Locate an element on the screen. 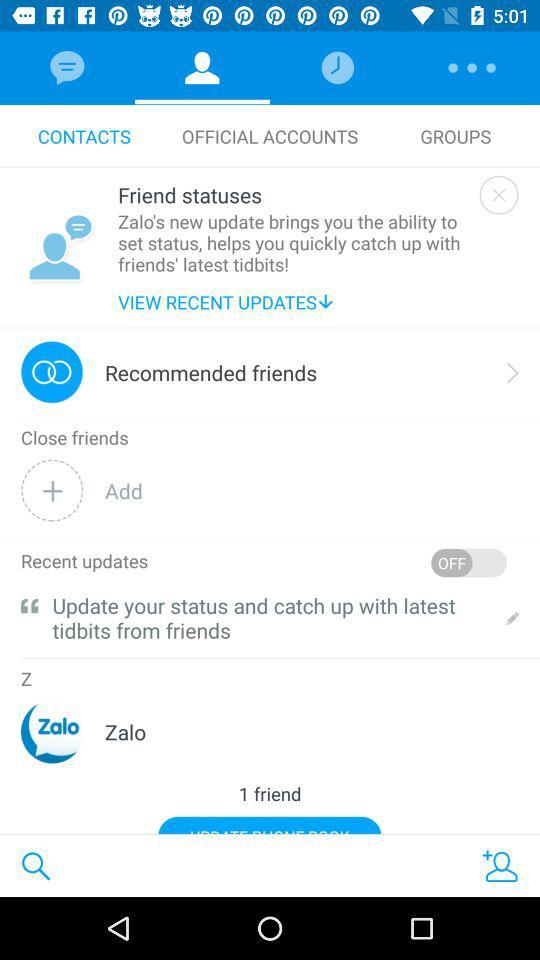 The height and width of the screenshot is (960, 540). icon next to recent updates is located at coordinates (468, 563).